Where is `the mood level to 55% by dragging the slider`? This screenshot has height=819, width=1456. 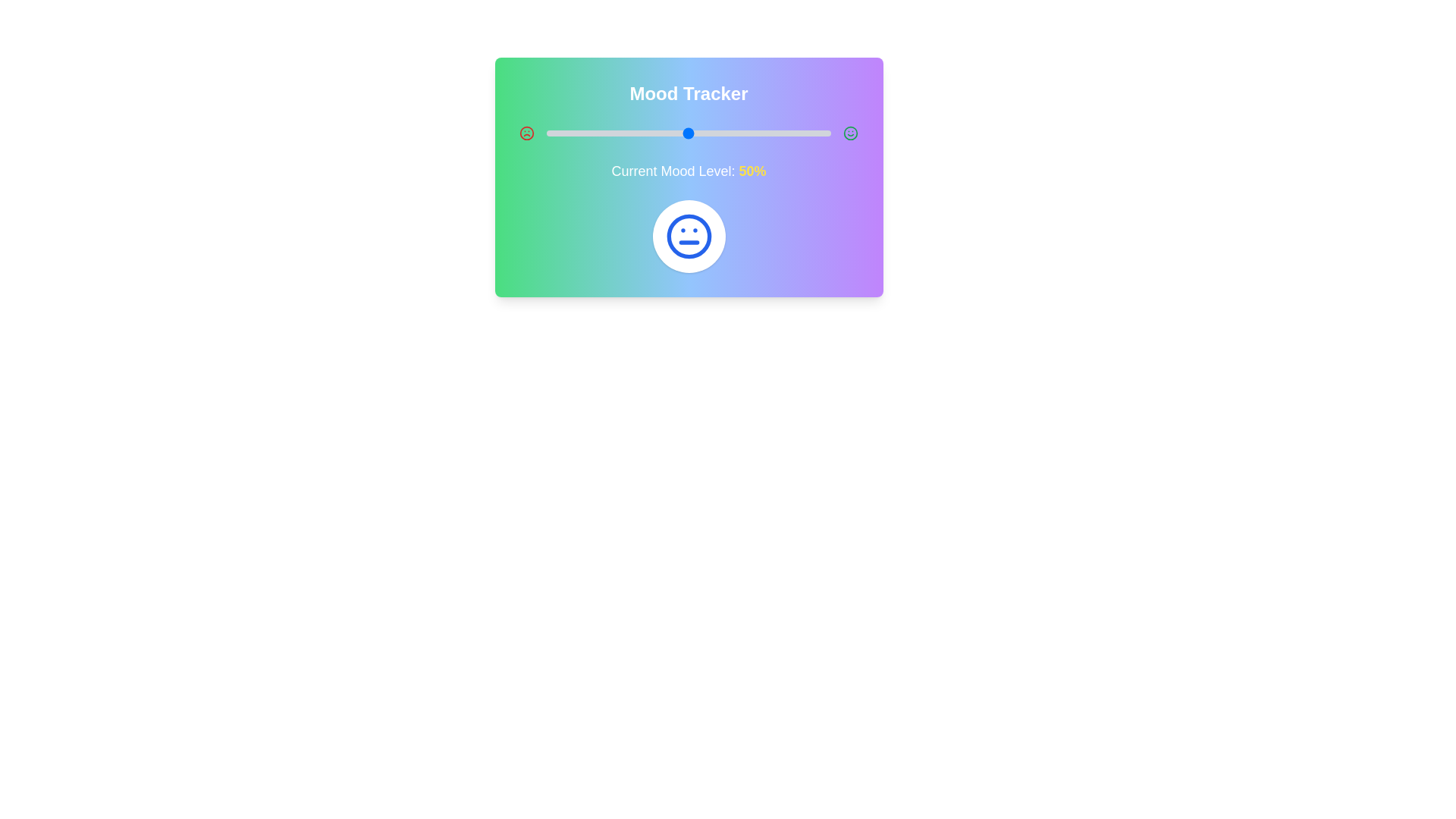 the mood level to 55% by dragging the slider is located at coordinates (702, 133).